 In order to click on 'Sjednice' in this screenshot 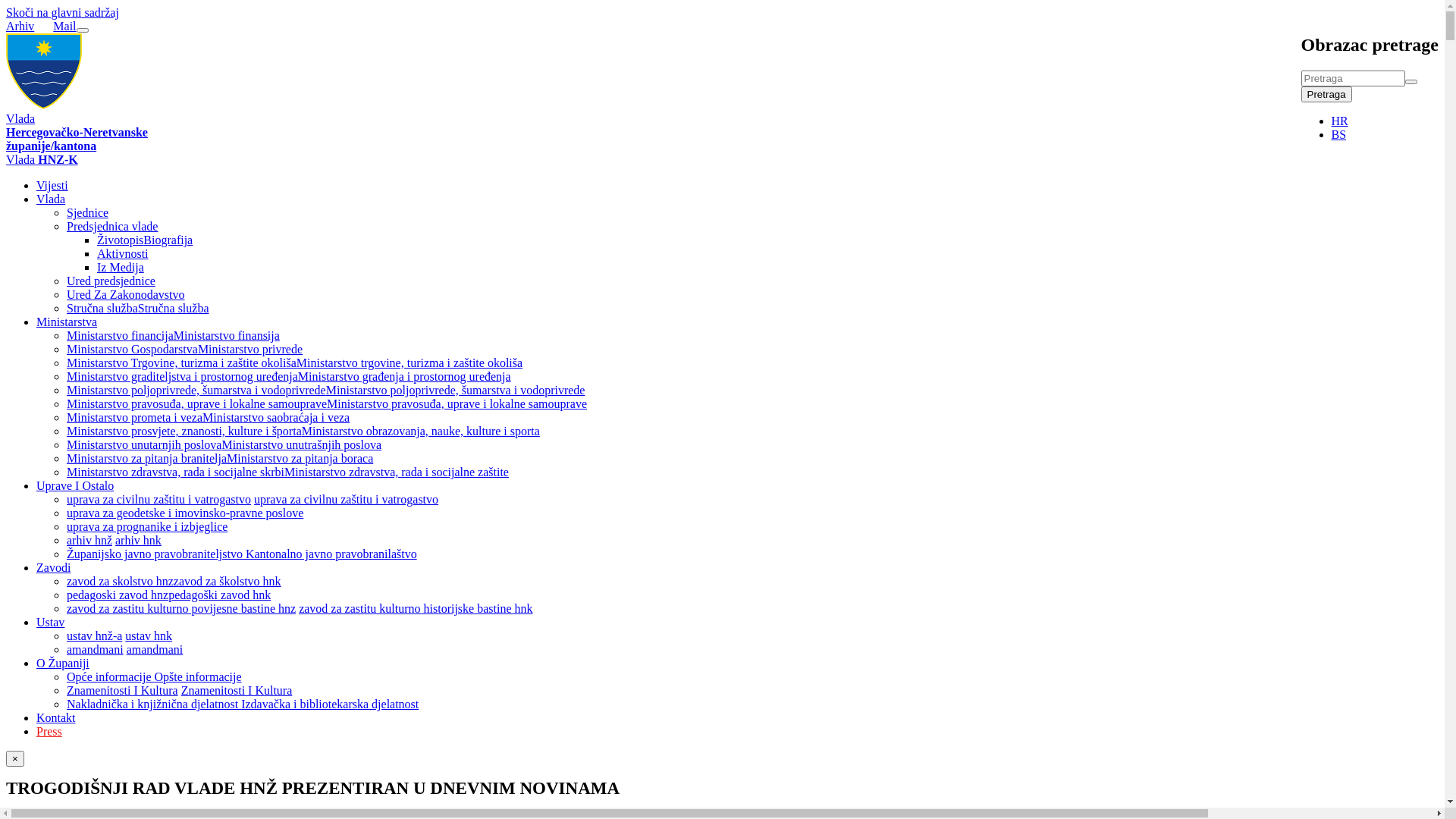, I will do `click(86, 212)`.